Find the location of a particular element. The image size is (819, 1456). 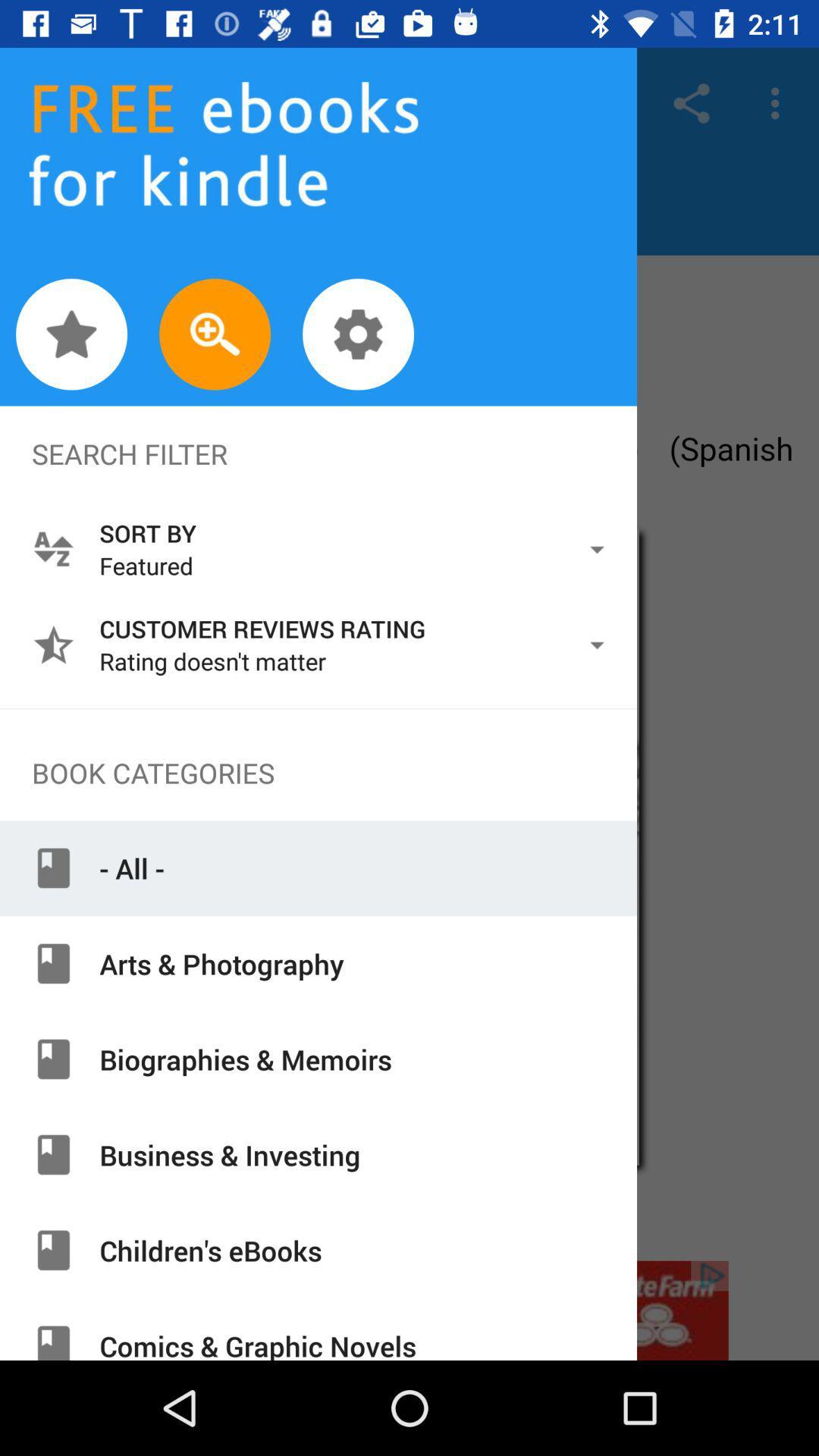

kindle ebook selection is located at coordinates (409, 758).